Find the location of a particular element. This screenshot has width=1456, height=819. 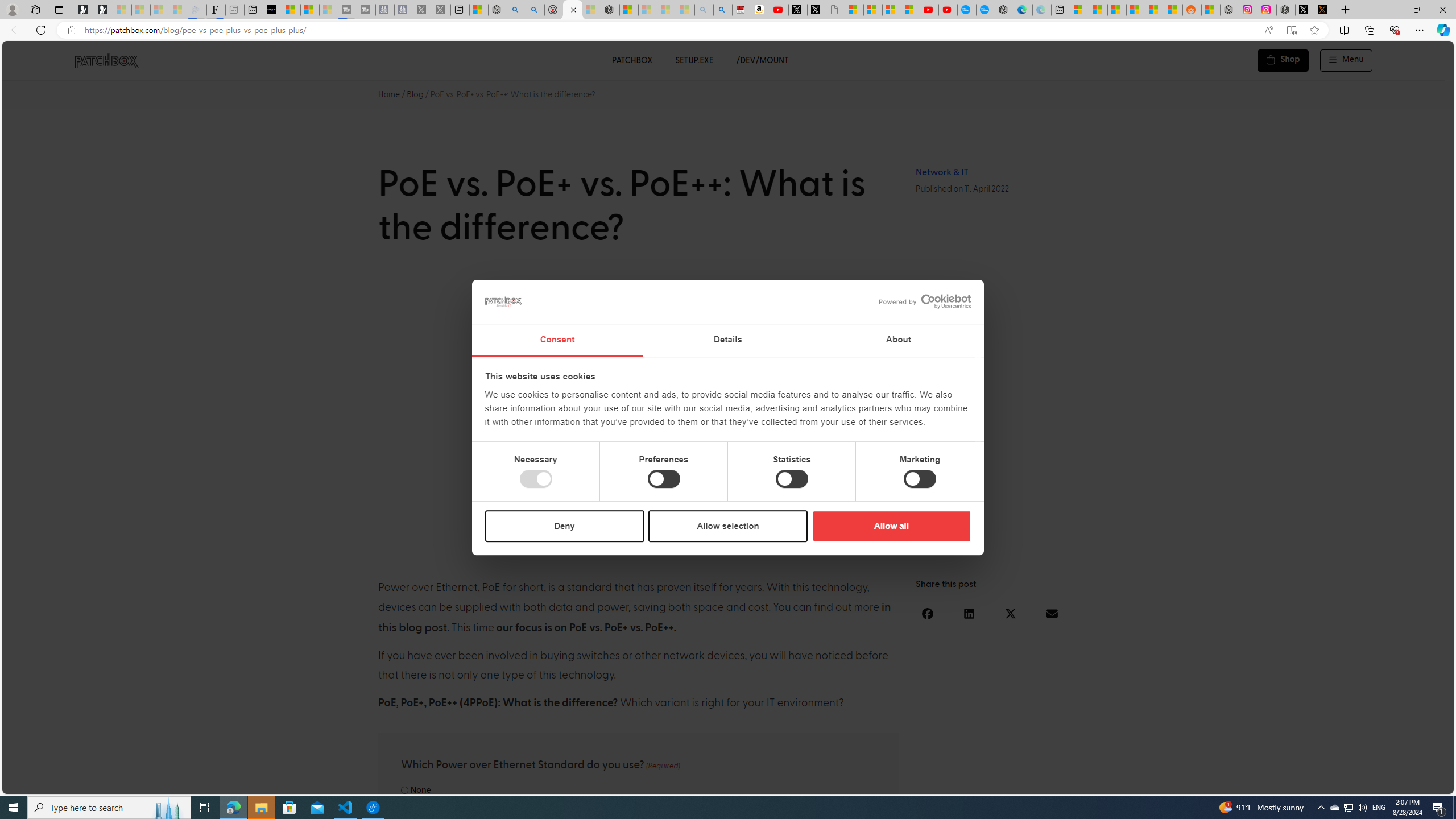

'Language switcher : Danish' is located at coordinates (1312, 783).